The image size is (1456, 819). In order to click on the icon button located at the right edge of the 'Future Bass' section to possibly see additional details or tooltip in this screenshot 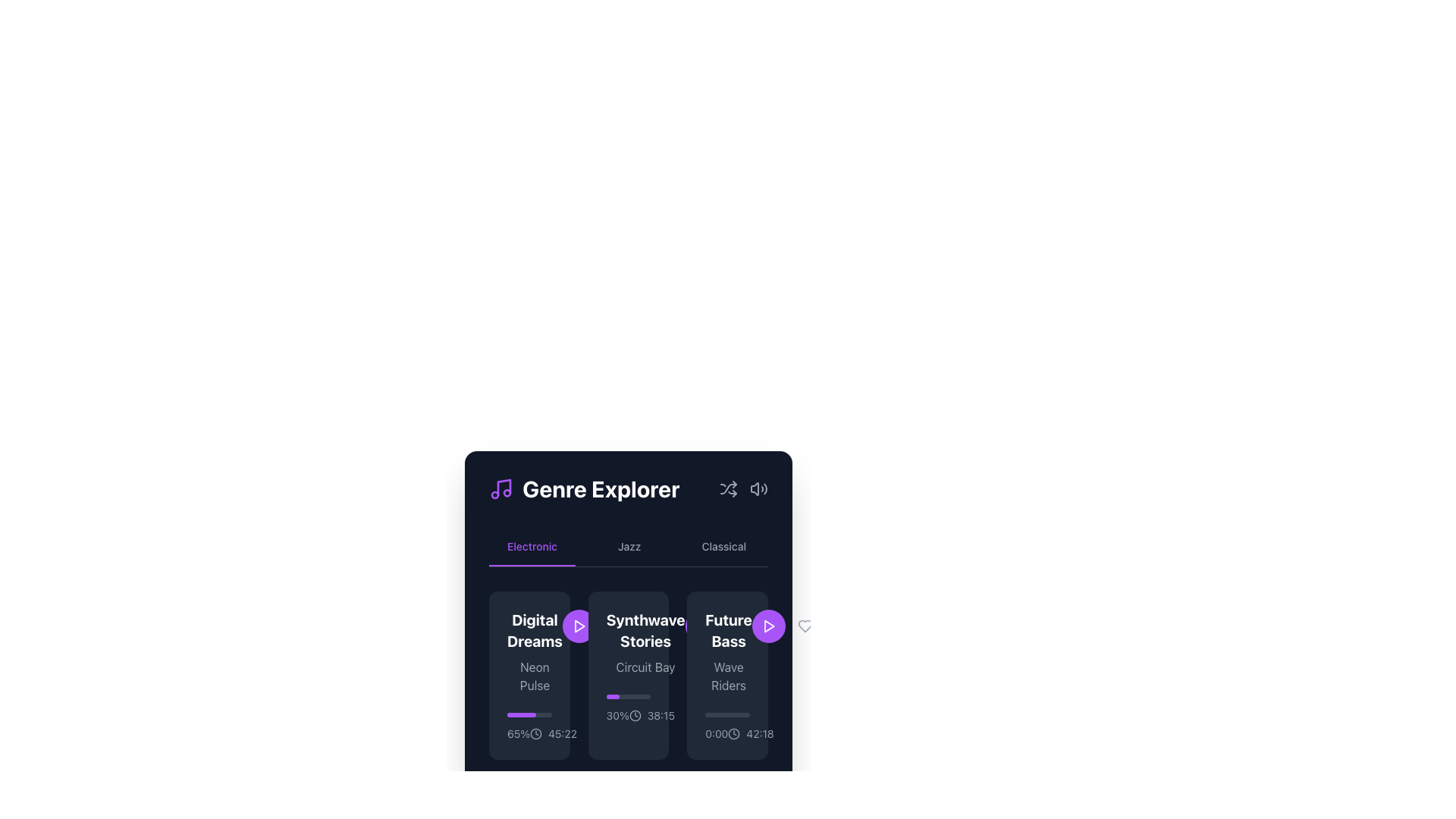, I will do `click(738, 626)`.